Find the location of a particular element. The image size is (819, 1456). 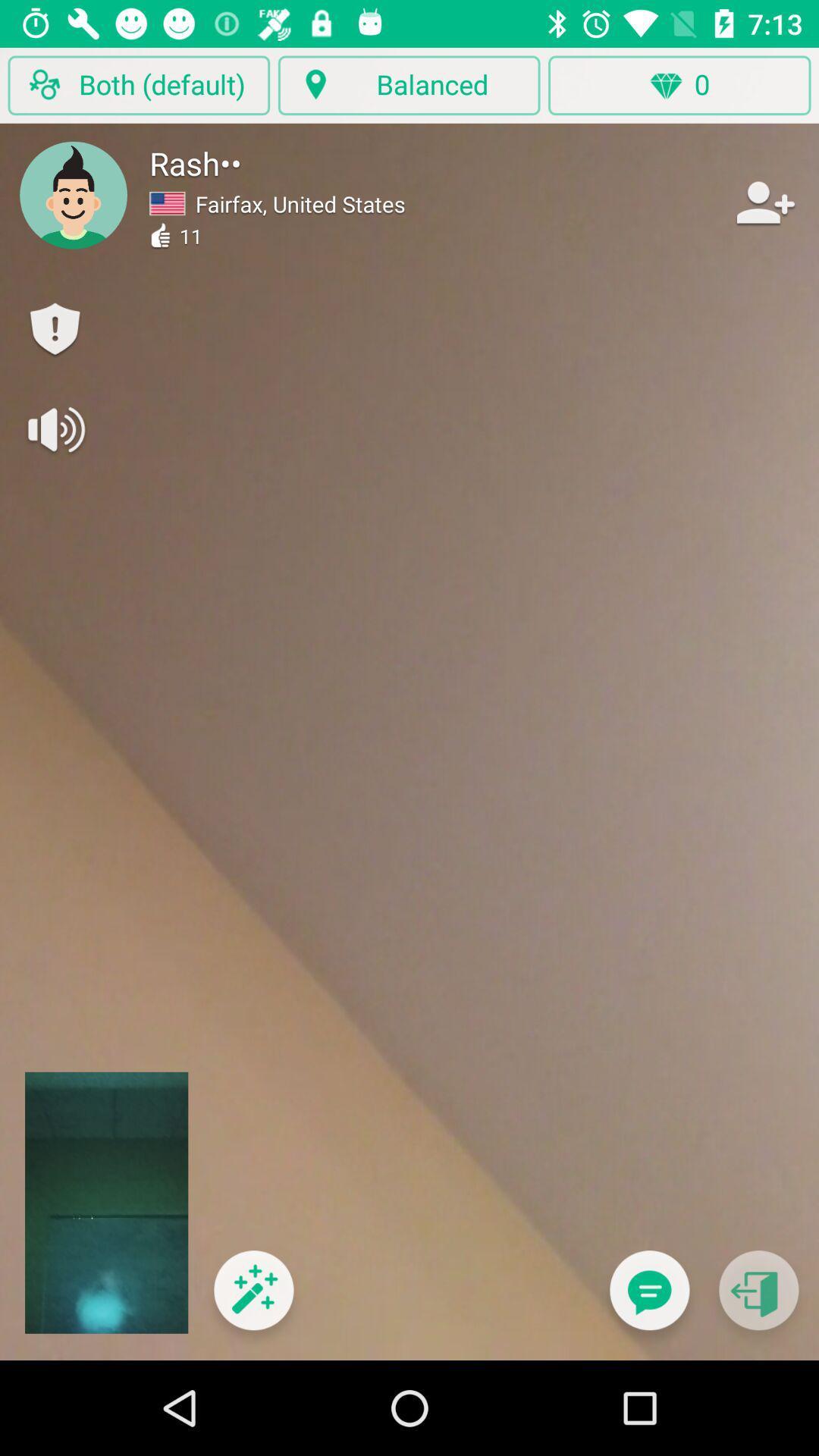

the edit icon is located at coordinates (253, 1299).